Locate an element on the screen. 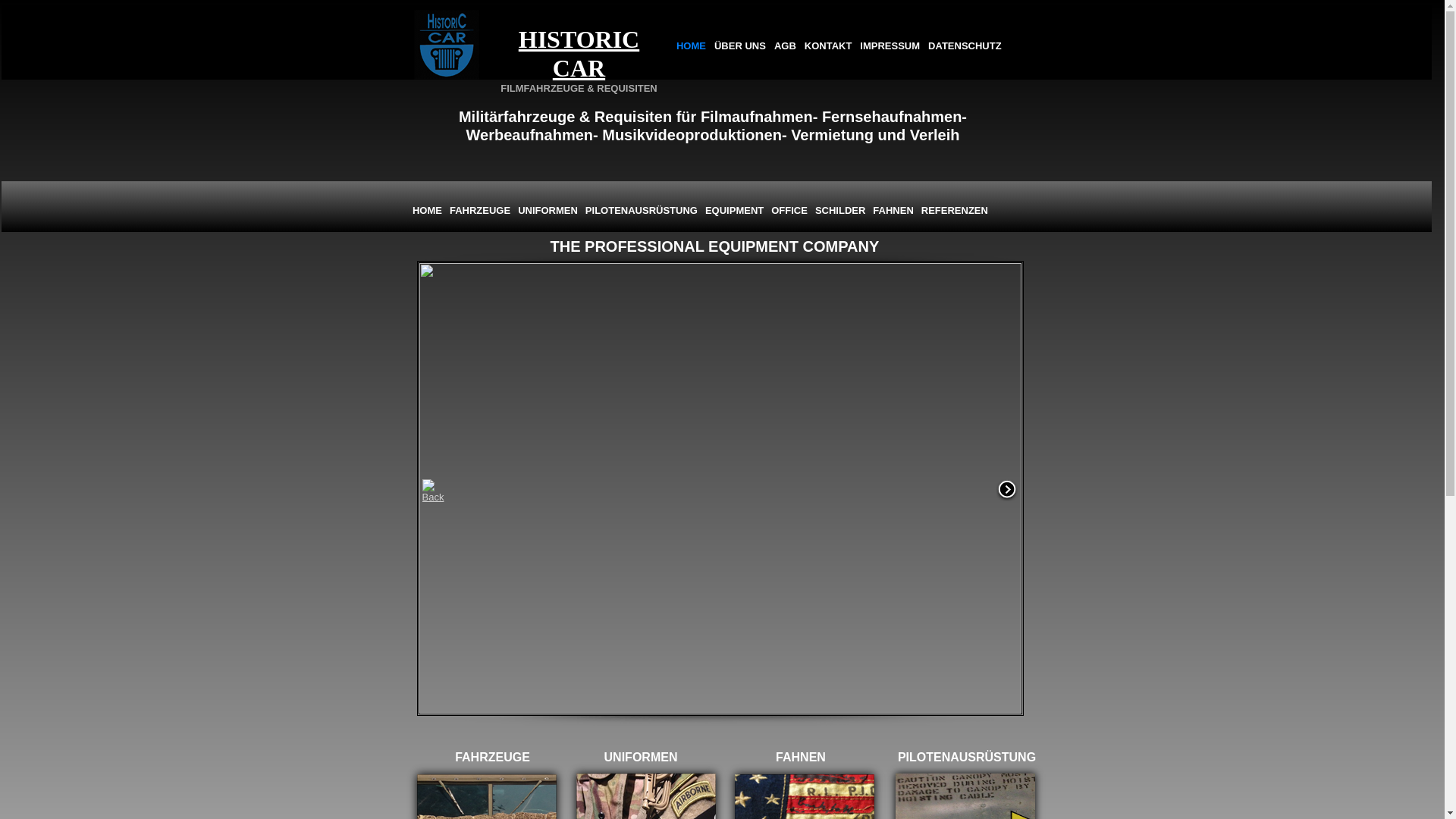 This screenshot has width=1456, height=819. 'EQUIPMENT' is located at coordinates (701, 210).